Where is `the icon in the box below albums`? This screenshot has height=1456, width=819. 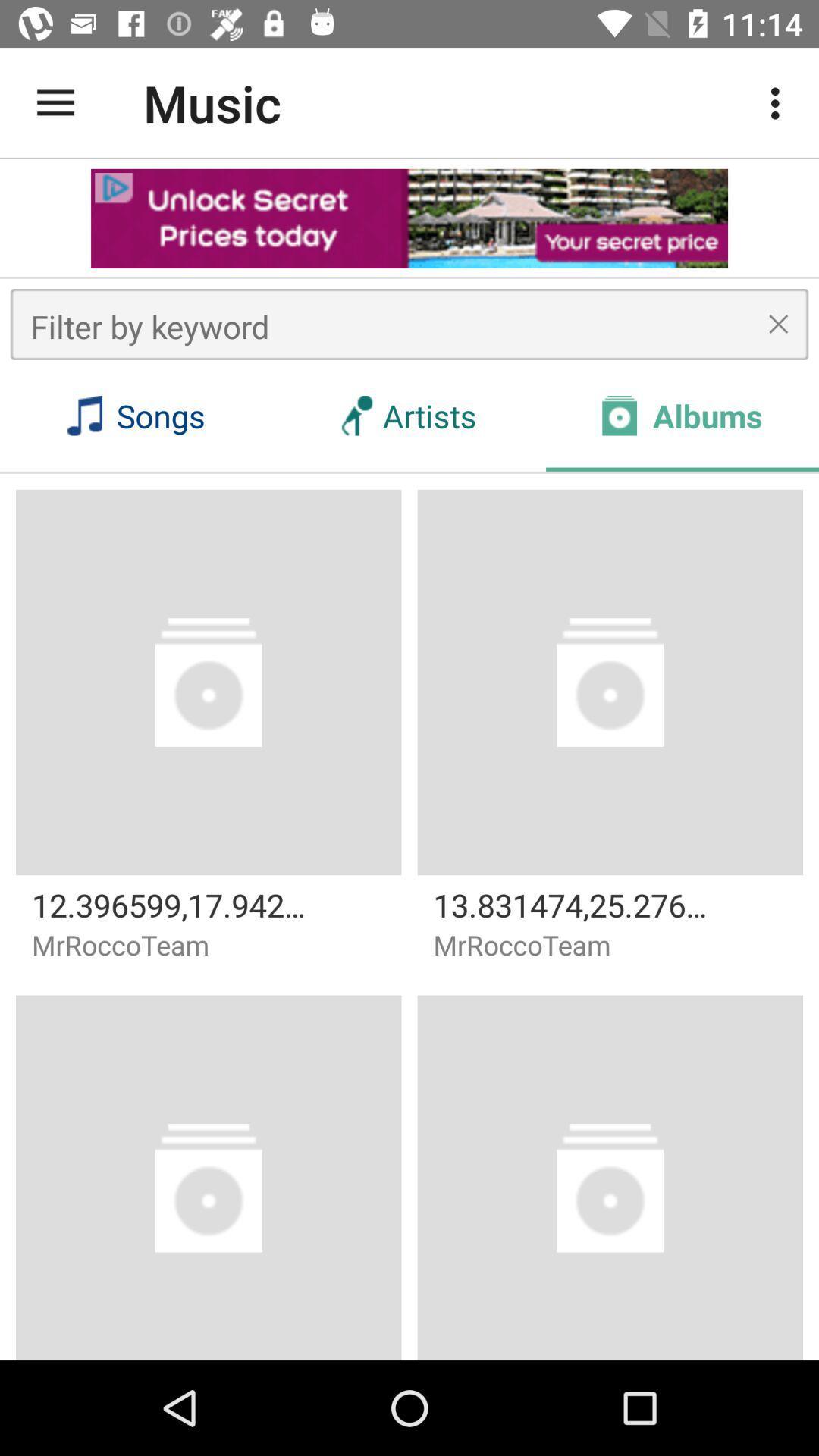 the icon in the box below albums is located at coordinates (610, 681).